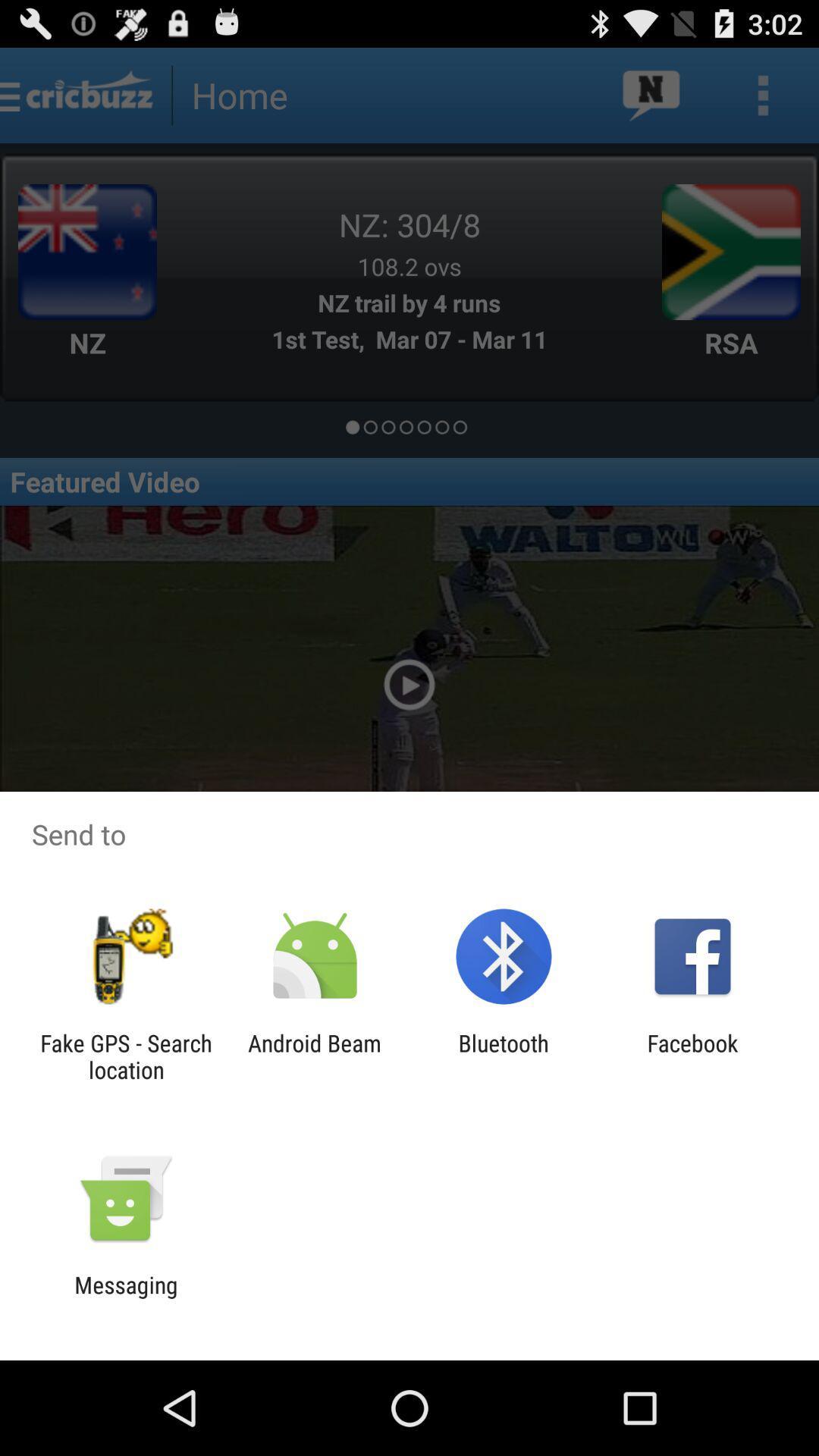 The width and height of the screenshot is (819, 1456). Describe the element at coordinates (692, 1056) in the screenshot. I see `app at the bottom right corner` at that location.